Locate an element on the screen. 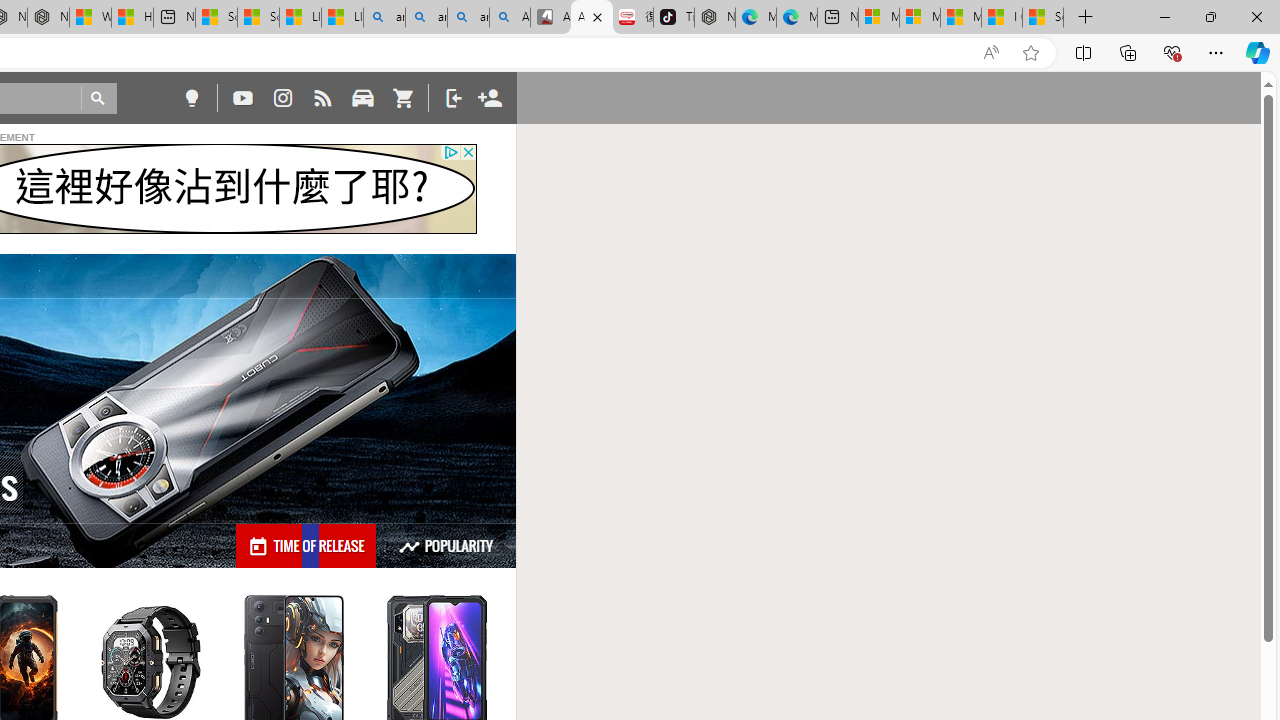 The image size is (1280, 720). 'AutomationID: close_button_svg' is located at coordinates (467, 151).